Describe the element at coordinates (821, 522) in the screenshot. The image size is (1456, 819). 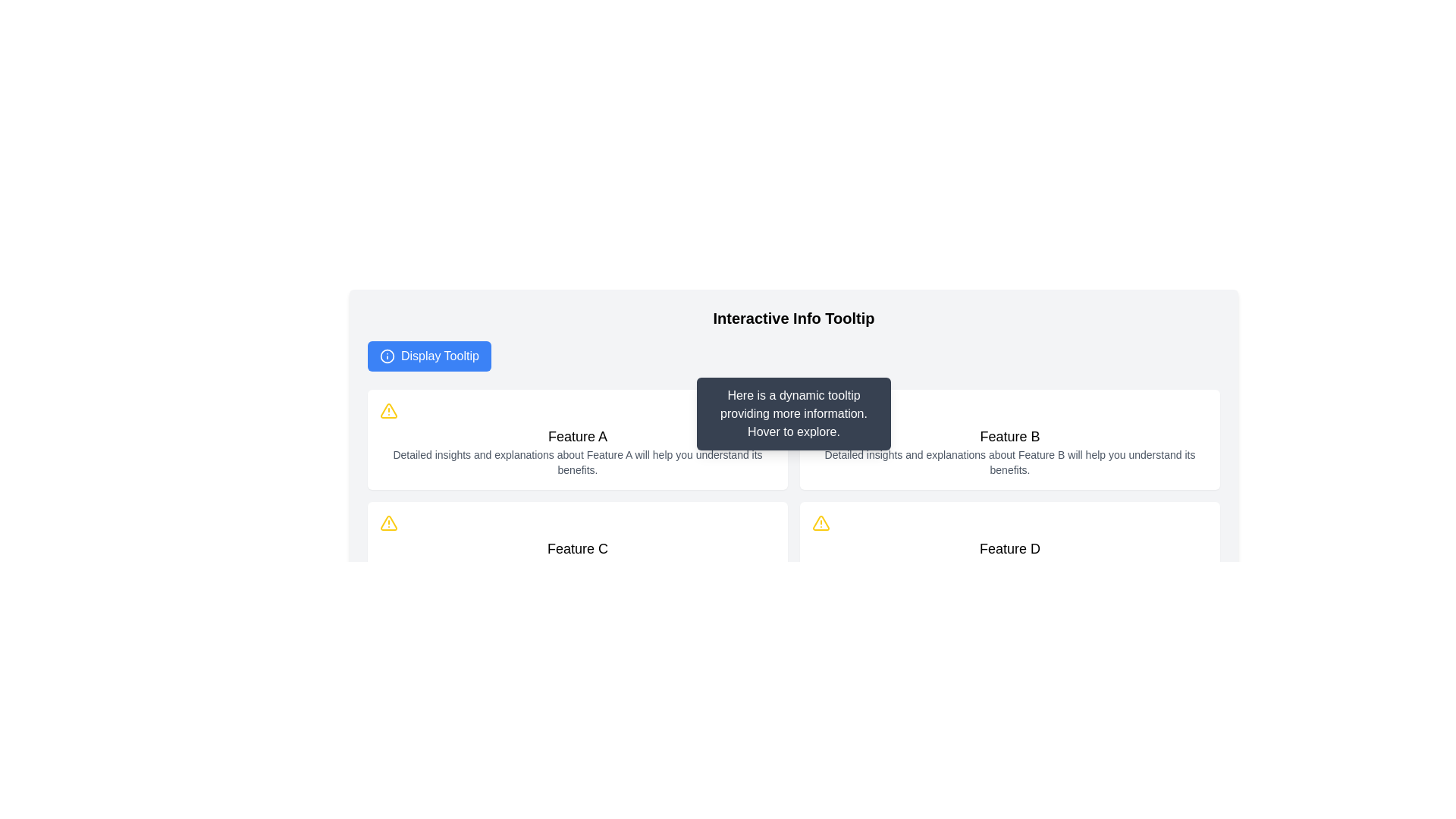
I see `the yellow triangle warning icon located in the upper part of the 'Feature C' section` at that location.